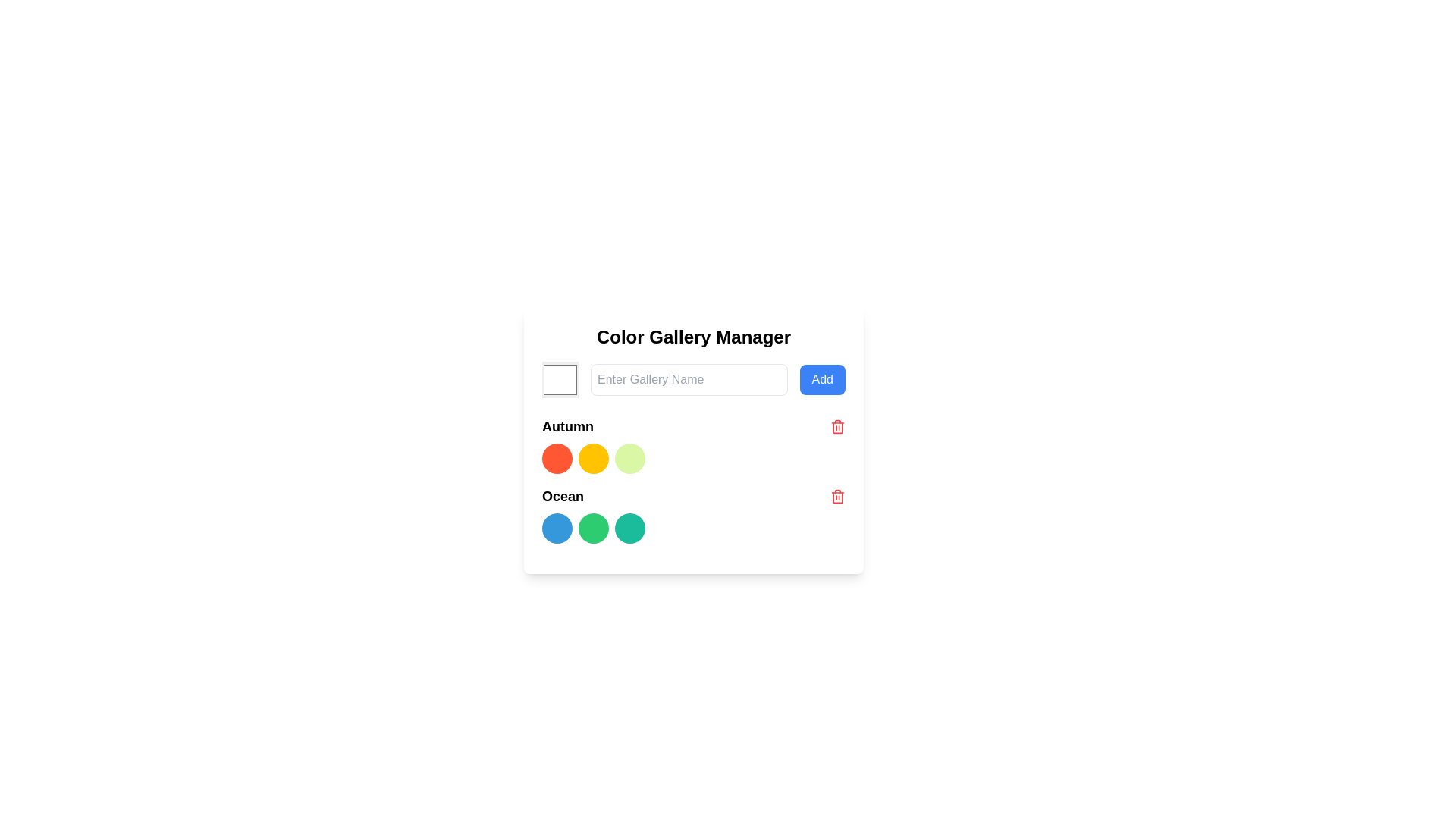 This screenshot has height=819, width=1456. What do you see at coordinates (629, 458) in the screenshot?
I see `the third circle selector in the row, located to the right of the orange and yellow circles, which visually represents an attribute related to 'Autumn'` at bounding box center [629, 458].